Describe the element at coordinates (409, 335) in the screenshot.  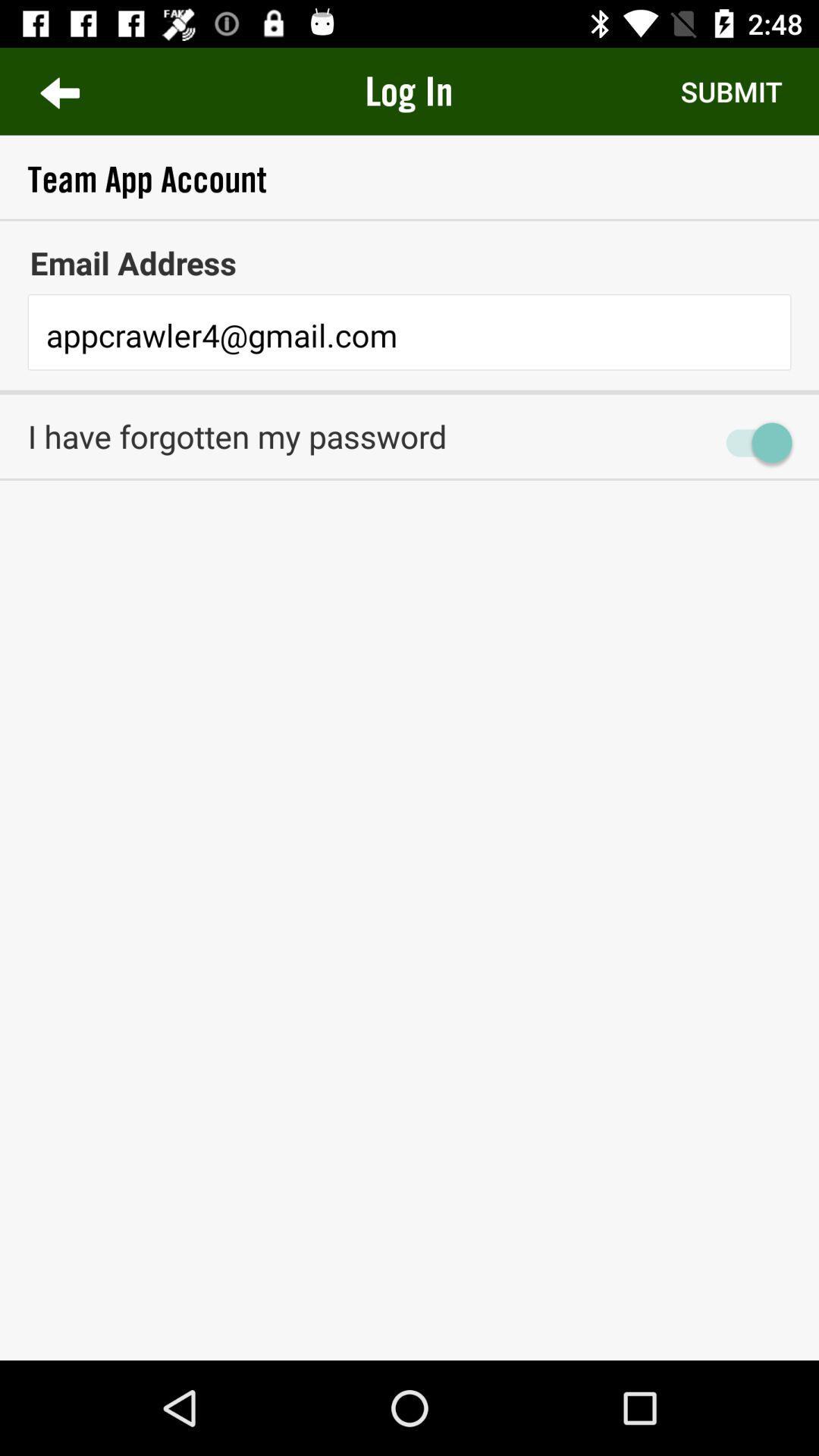
I see `the appcrawler4@gmail.com item` at that location.